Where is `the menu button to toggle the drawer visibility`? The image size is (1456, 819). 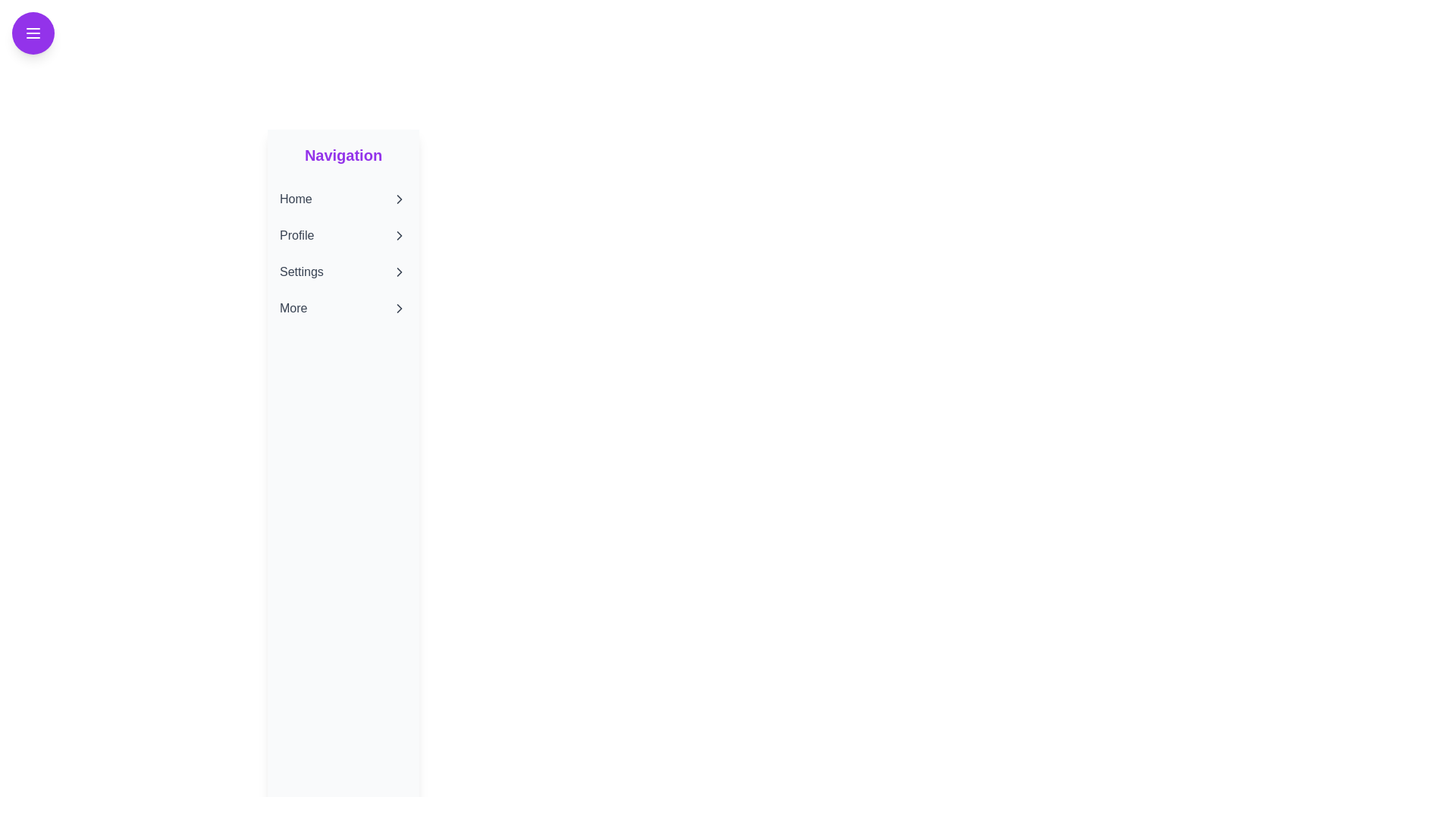 the menu button to toggle the drawer visibility is located at coordinates (33, 33).